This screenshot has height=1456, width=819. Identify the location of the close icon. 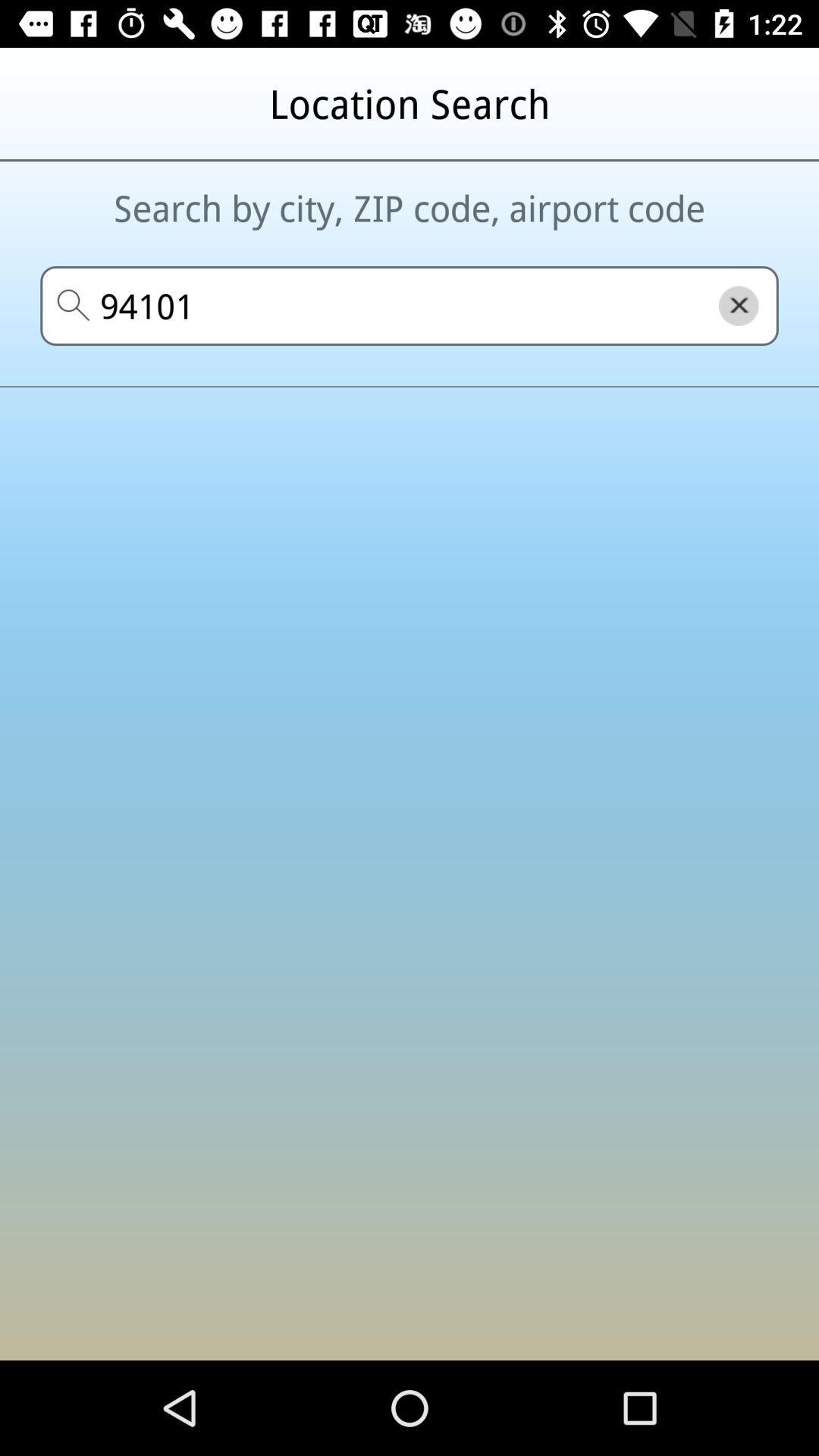
(738, 305).